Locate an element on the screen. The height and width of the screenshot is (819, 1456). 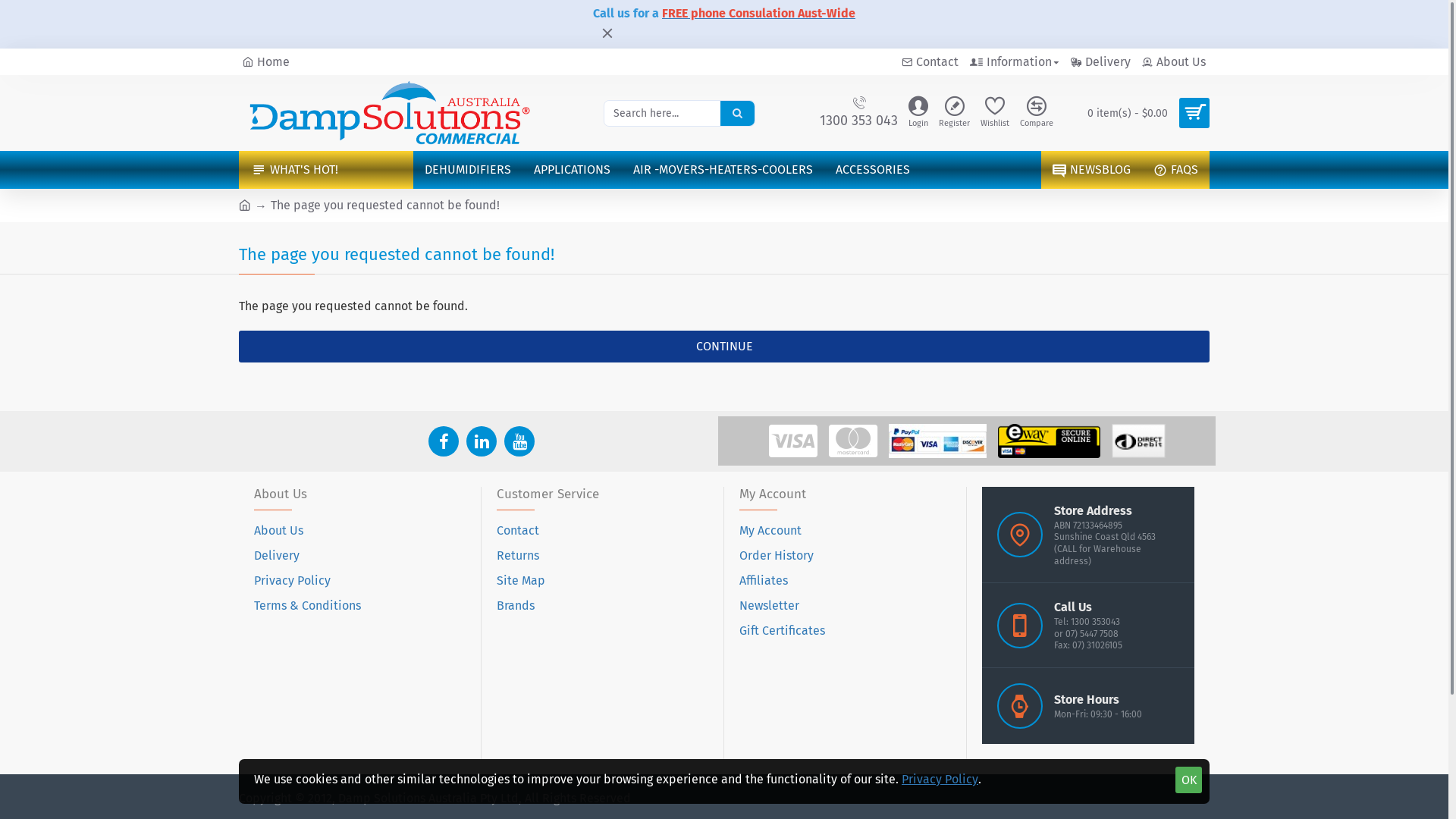
'Affiliates' is located at coordinates (764, 583).